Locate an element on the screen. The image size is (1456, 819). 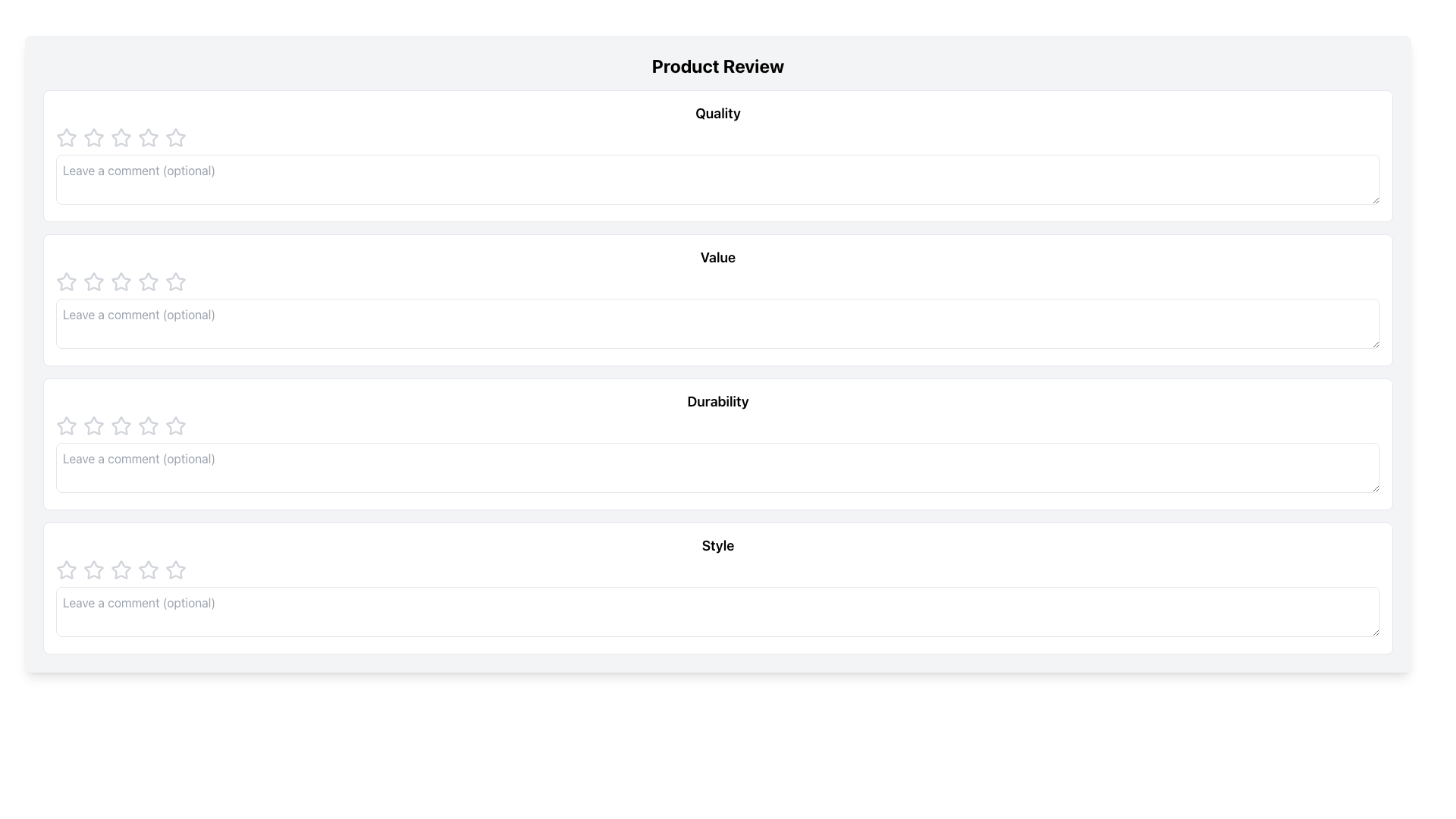
the second rating star in the 'Value' section beneath the 'Product Review' header is located at coordinates (175, 281).